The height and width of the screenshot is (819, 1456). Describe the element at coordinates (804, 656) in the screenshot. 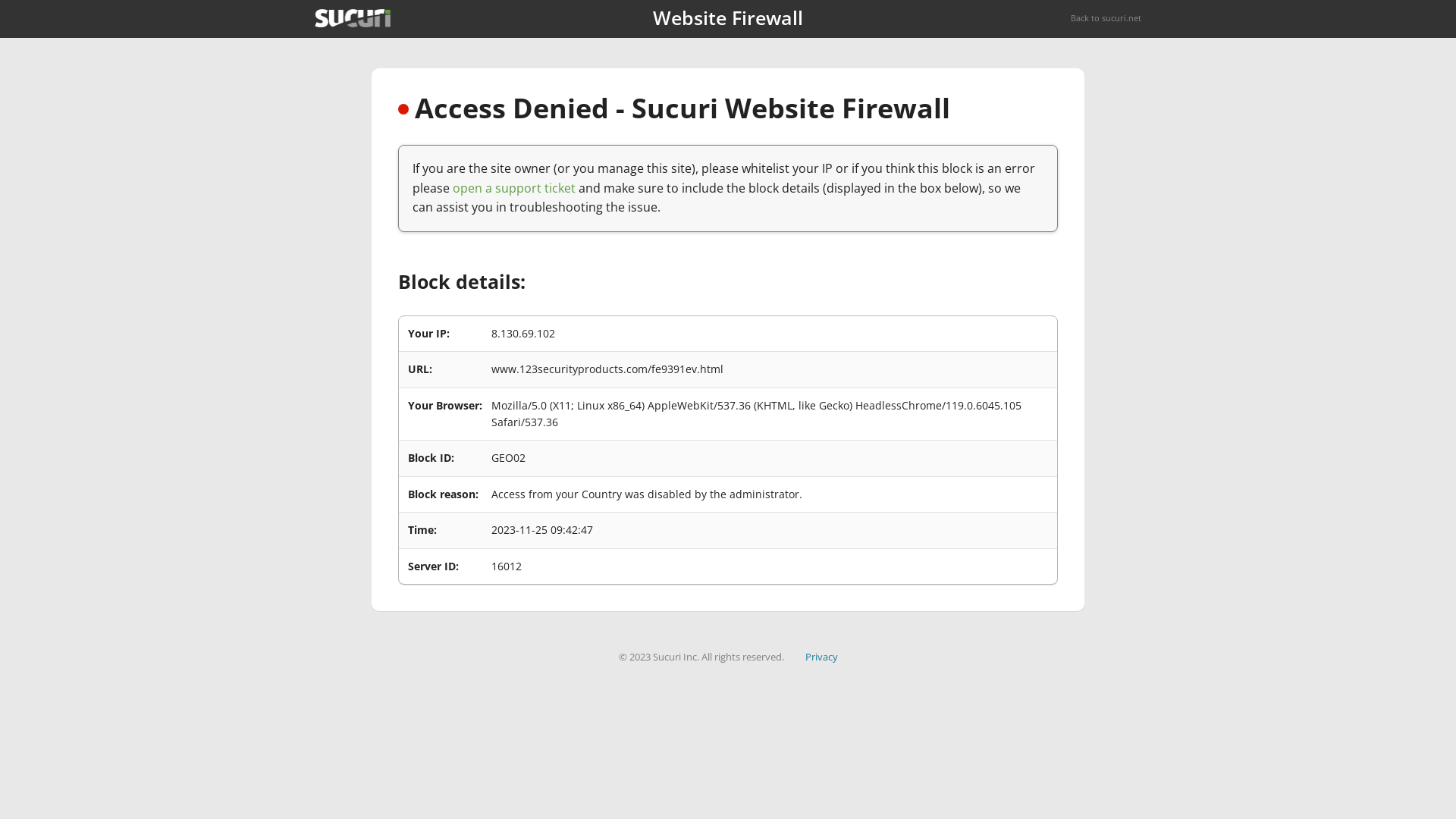

I see `'Privacy'` at that location.